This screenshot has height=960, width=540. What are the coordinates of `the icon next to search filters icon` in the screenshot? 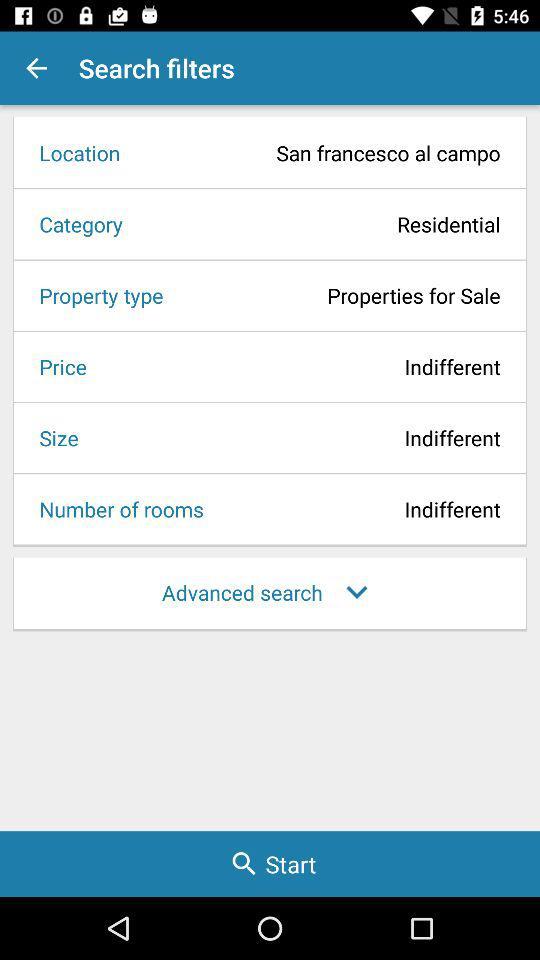 It's located at (36, 68).